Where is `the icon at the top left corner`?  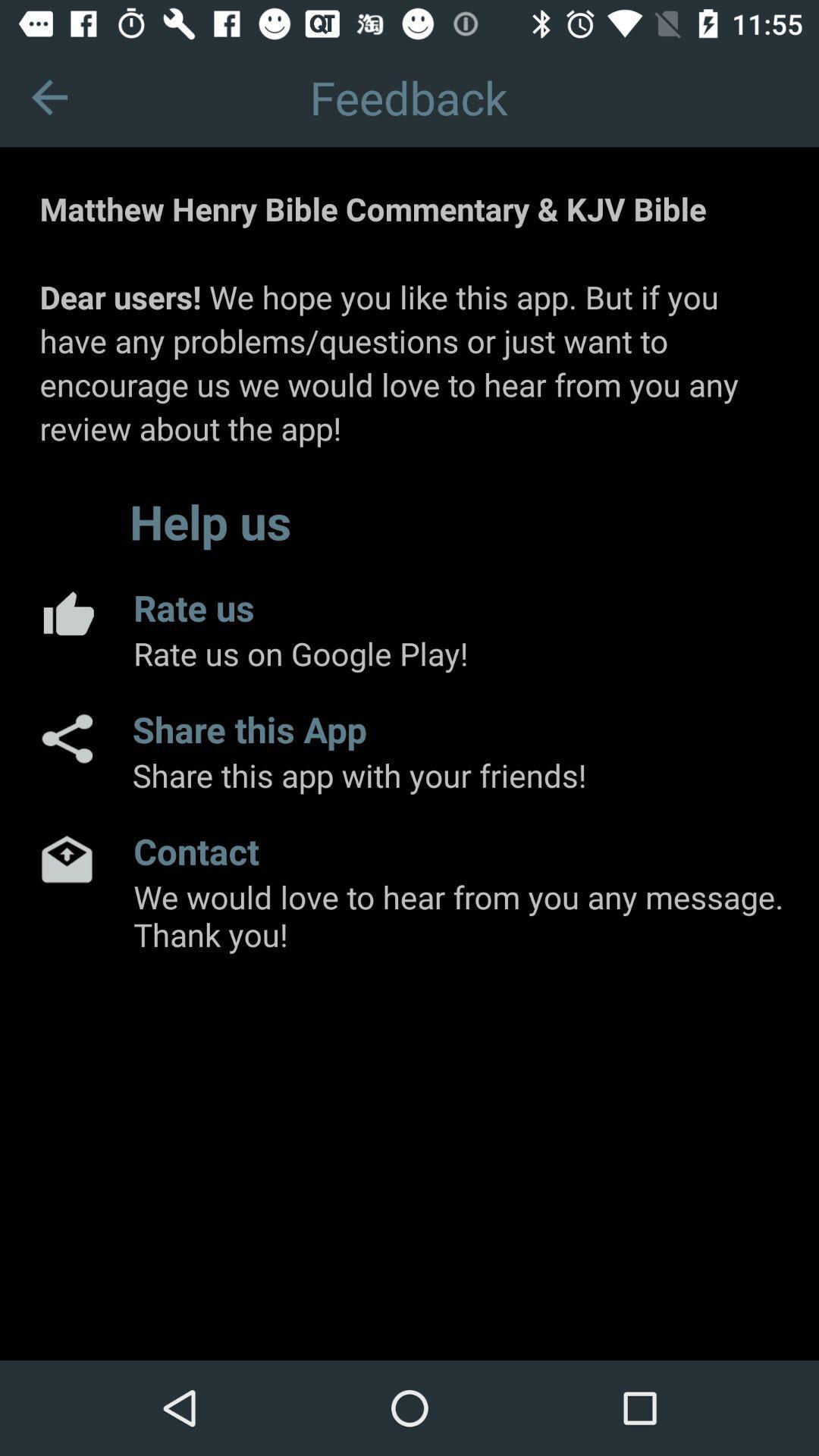
the icon at the top left corner is located at coordinates (49, 96).